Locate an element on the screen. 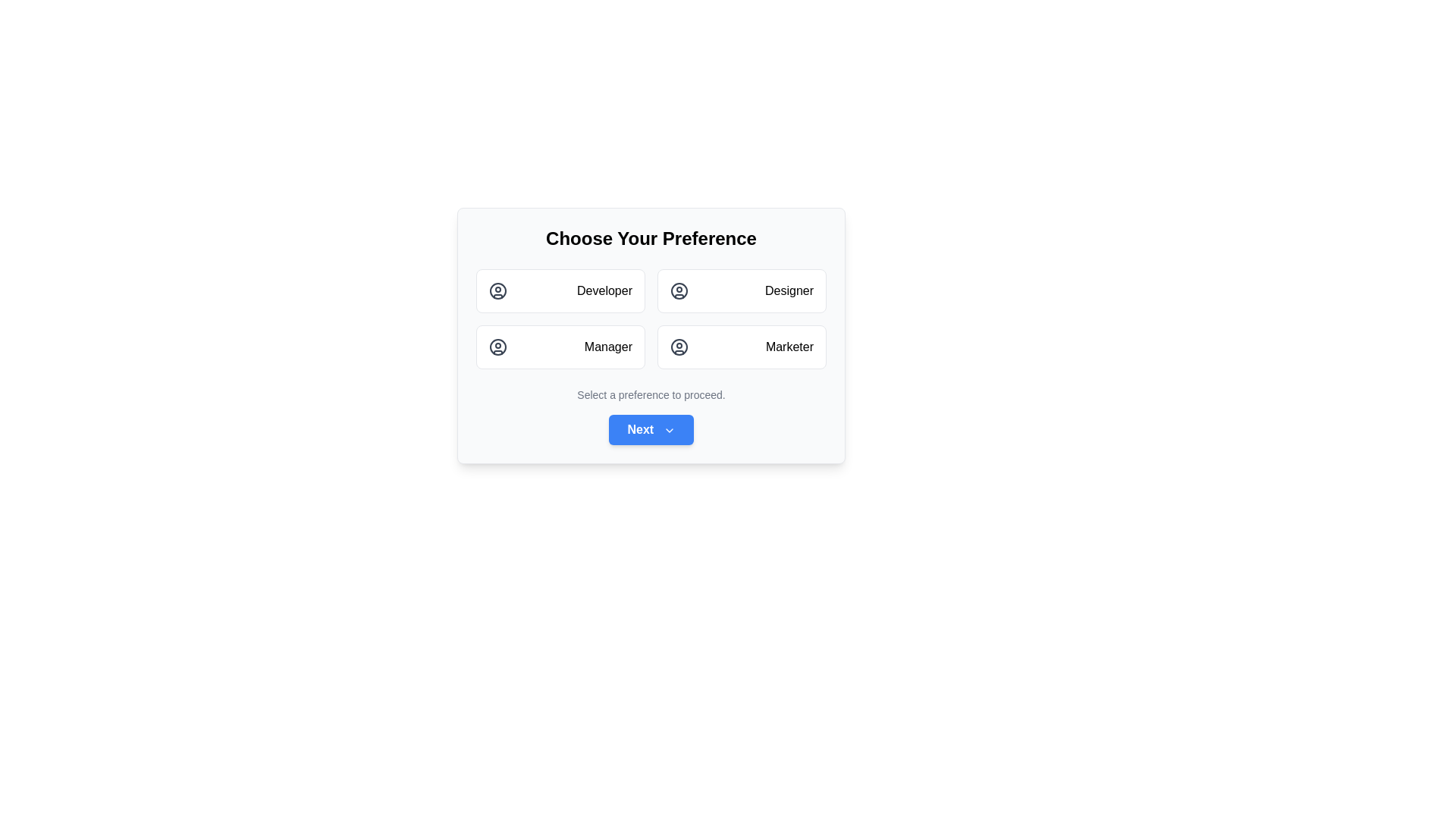 This screenshot has width=1456, height=819. the Text Label in the second row and second column of the grid layout, which identifies a corresponding option in a selection process for preferences is located at coordinates (789, 347).